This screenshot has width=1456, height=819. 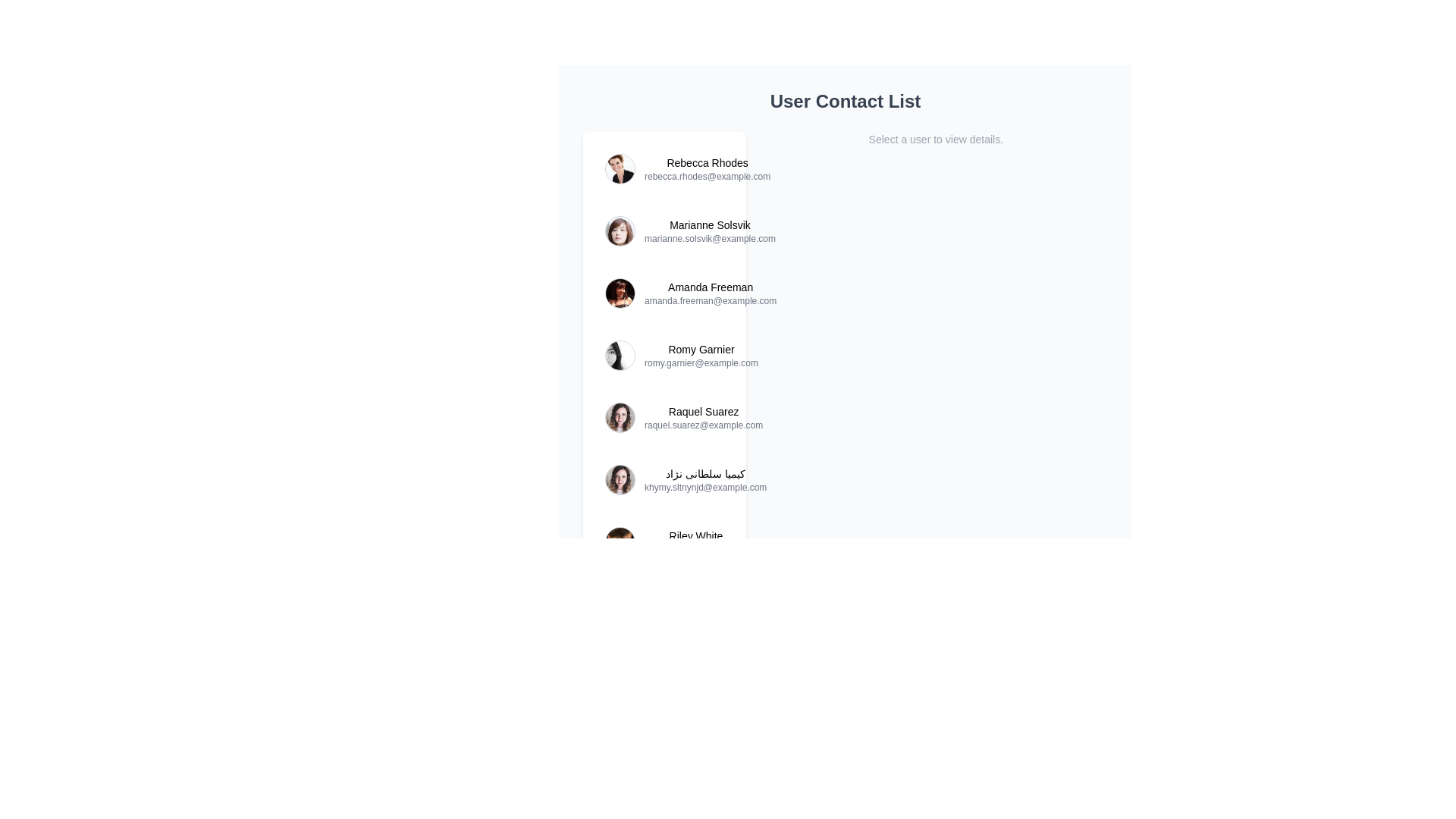 I want to click on the text label displaying the email address for the contact 'Raquel Suarez' in the User Contact List, which is located beneath the name 'Raquel Suarez.', so click(x=703, y=425).